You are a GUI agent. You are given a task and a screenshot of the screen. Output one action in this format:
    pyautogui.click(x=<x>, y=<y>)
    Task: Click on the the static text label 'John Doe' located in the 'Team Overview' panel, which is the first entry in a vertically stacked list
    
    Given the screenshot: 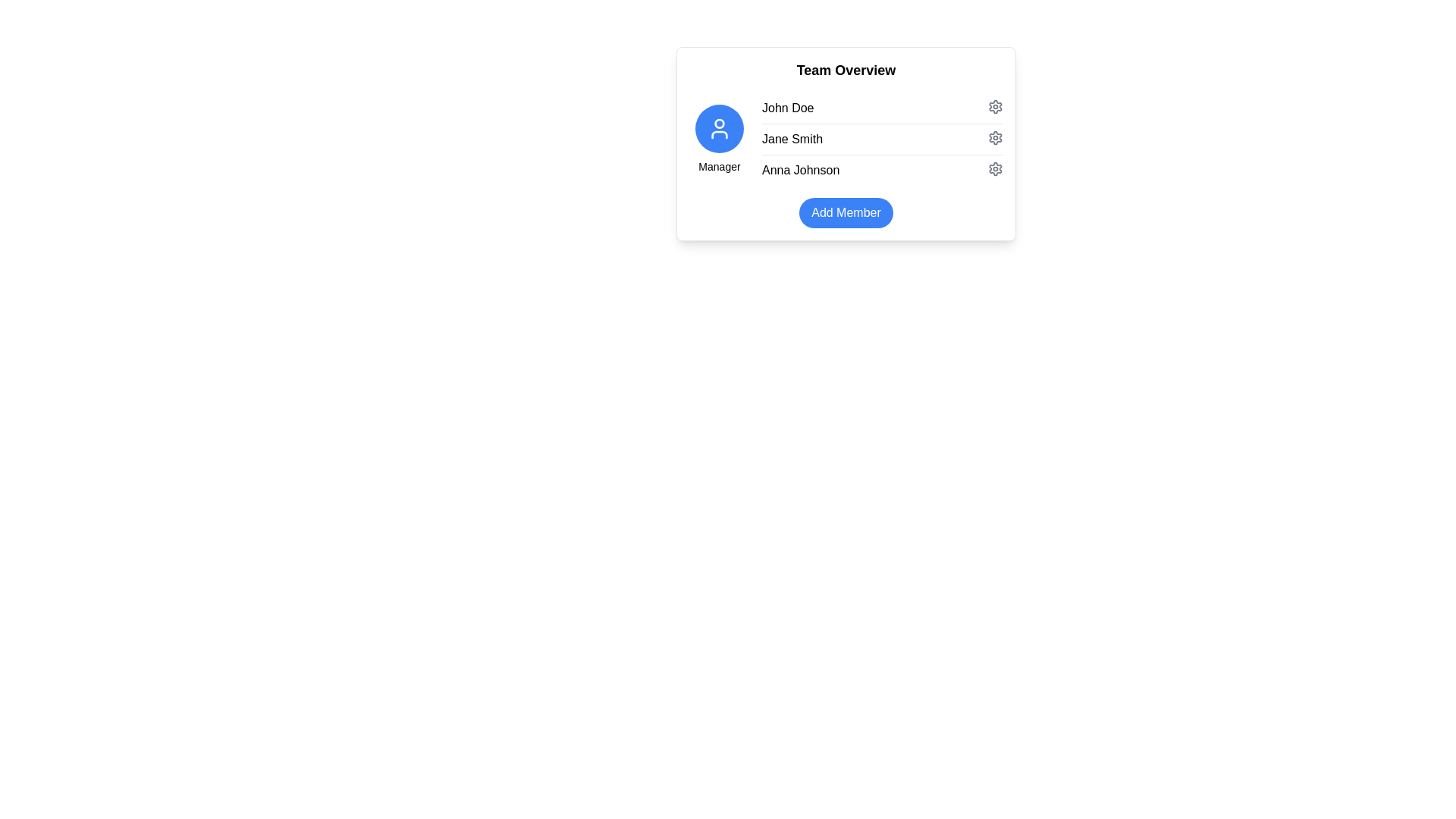 What is the action you would take?
    pyautogui.click(x=788, y=107)
    